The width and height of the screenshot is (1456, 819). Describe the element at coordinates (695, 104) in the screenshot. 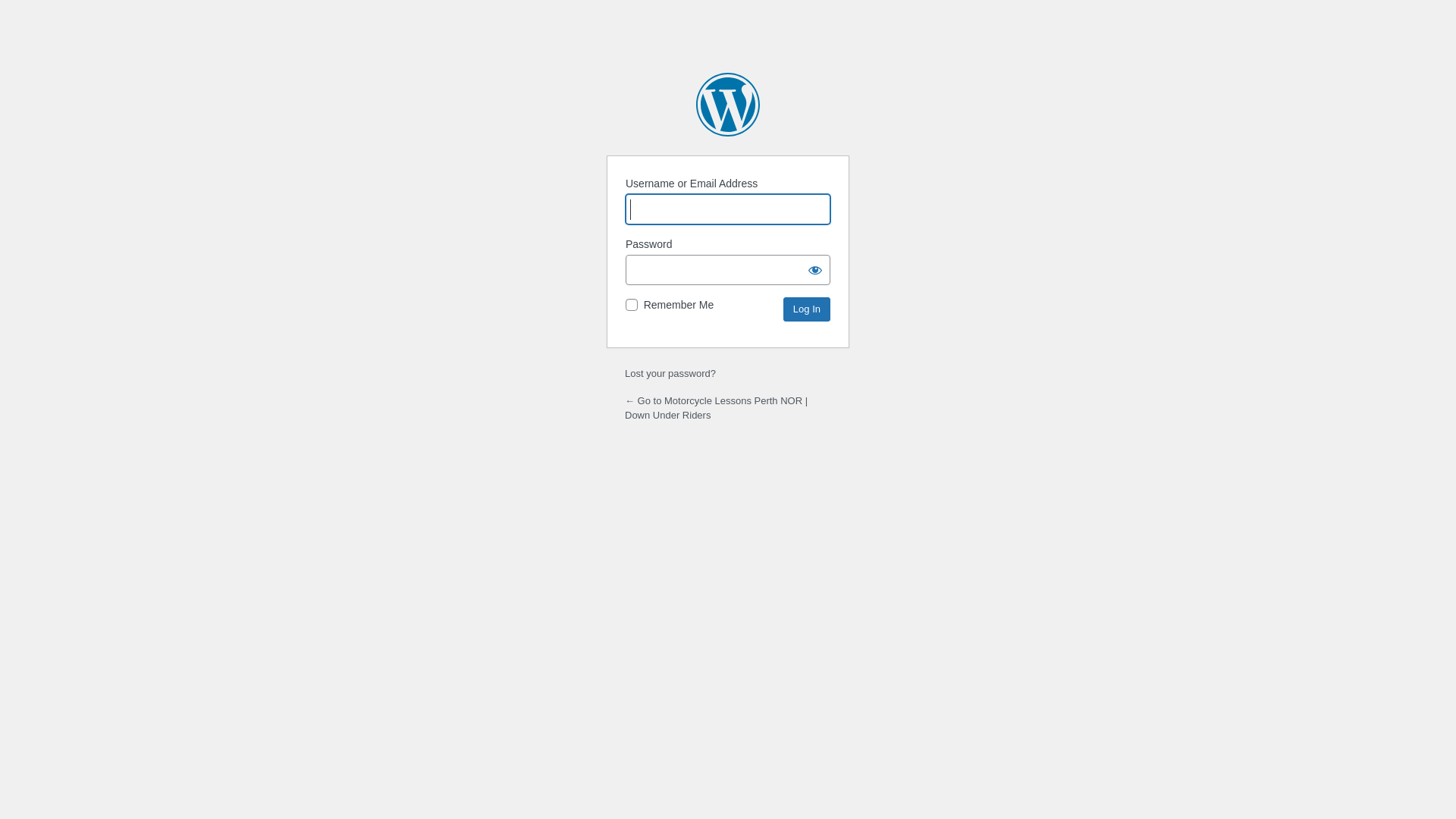

I see `'Motorcycle Lessons Perth NOR | Down Under Riders'` at that location.